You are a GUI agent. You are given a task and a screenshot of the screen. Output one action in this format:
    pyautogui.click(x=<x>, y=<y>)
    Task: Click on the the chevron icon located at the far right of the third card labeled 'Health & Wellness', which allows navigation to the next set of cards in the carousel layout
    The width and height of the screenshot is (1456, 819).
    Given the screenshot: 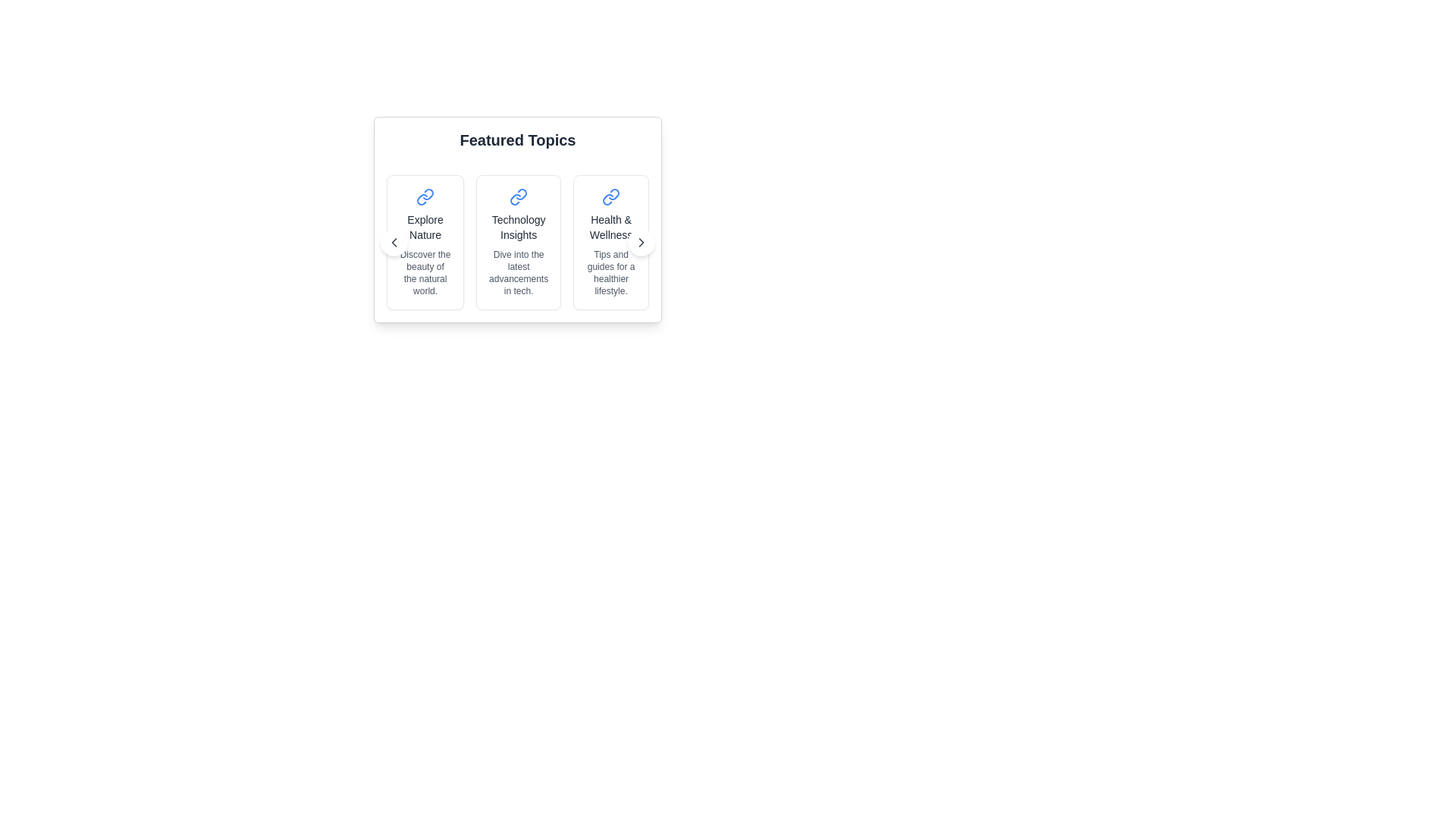 What is the action you would take?
    pyautogui.click(x=641, y=242)
    